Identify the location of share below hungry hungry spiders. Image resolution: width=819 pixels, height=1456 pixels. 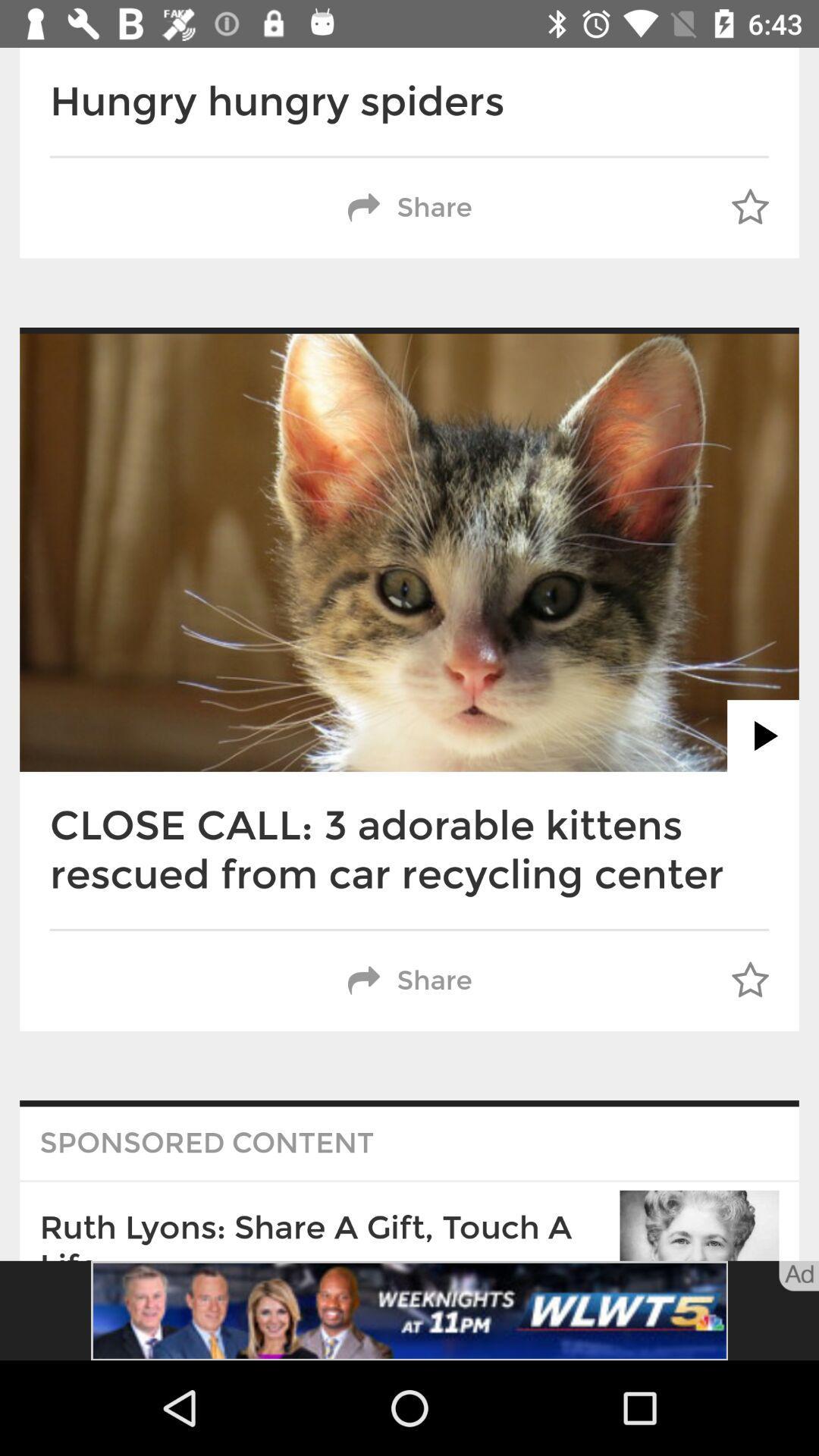
(409, 207).